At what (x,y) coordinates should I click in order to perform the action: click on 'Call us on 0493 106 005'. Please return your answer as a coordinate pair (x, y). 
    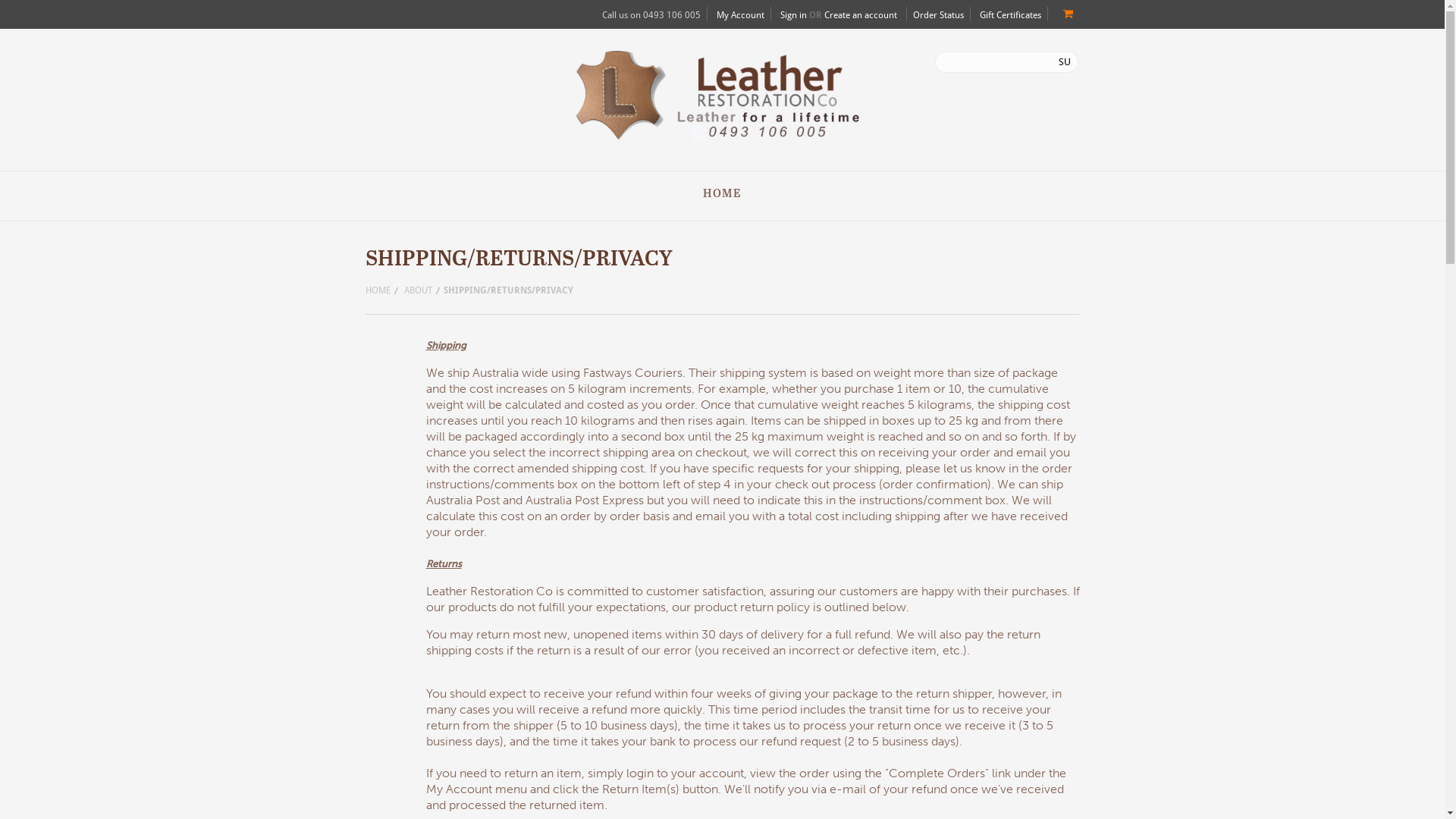
    Looking at the image, I should click on (651, 14).